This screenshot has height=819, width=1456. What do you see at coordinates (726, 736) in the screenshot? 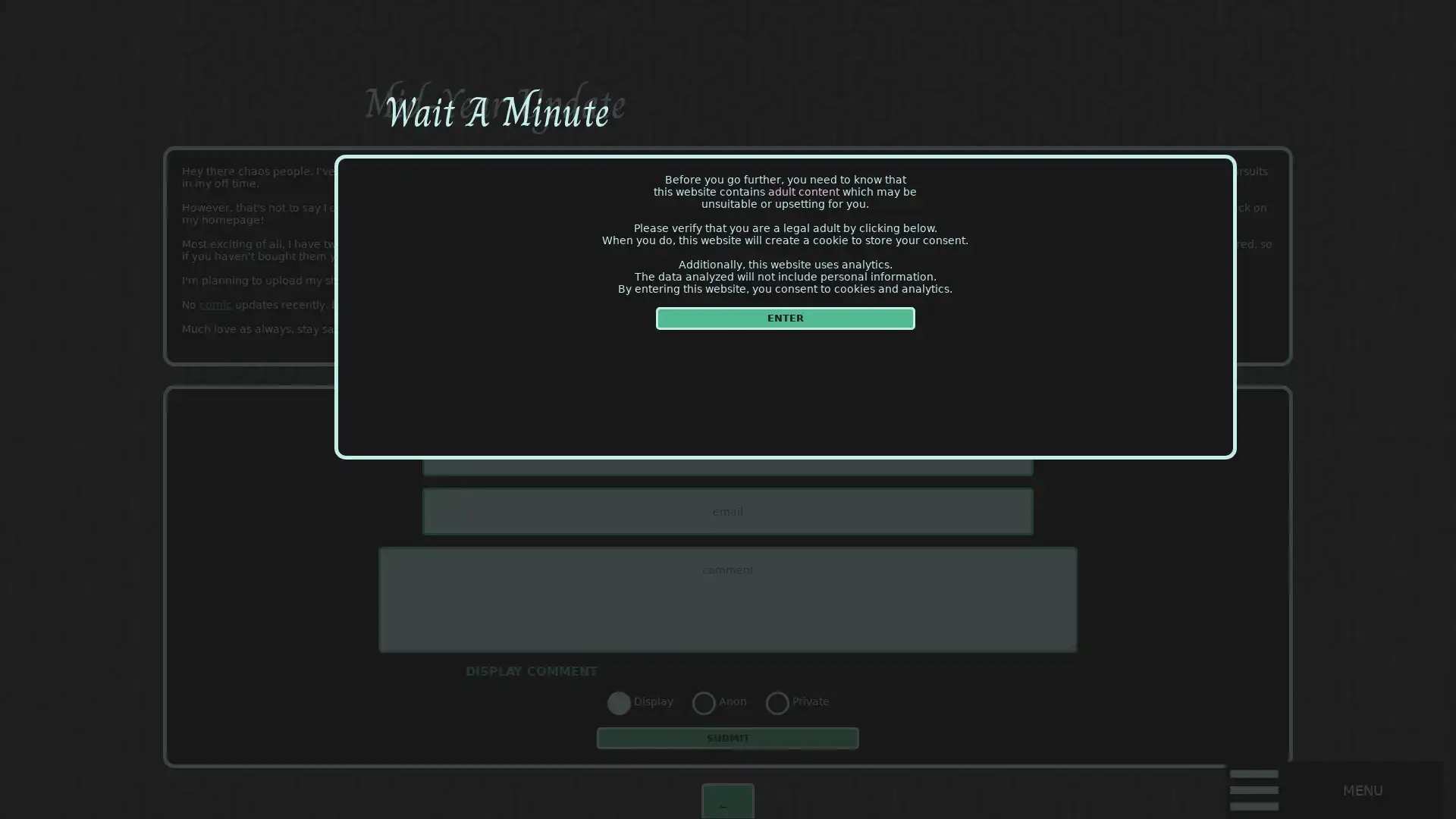
I see `SUBMIT` at bounding box center [726, 736].